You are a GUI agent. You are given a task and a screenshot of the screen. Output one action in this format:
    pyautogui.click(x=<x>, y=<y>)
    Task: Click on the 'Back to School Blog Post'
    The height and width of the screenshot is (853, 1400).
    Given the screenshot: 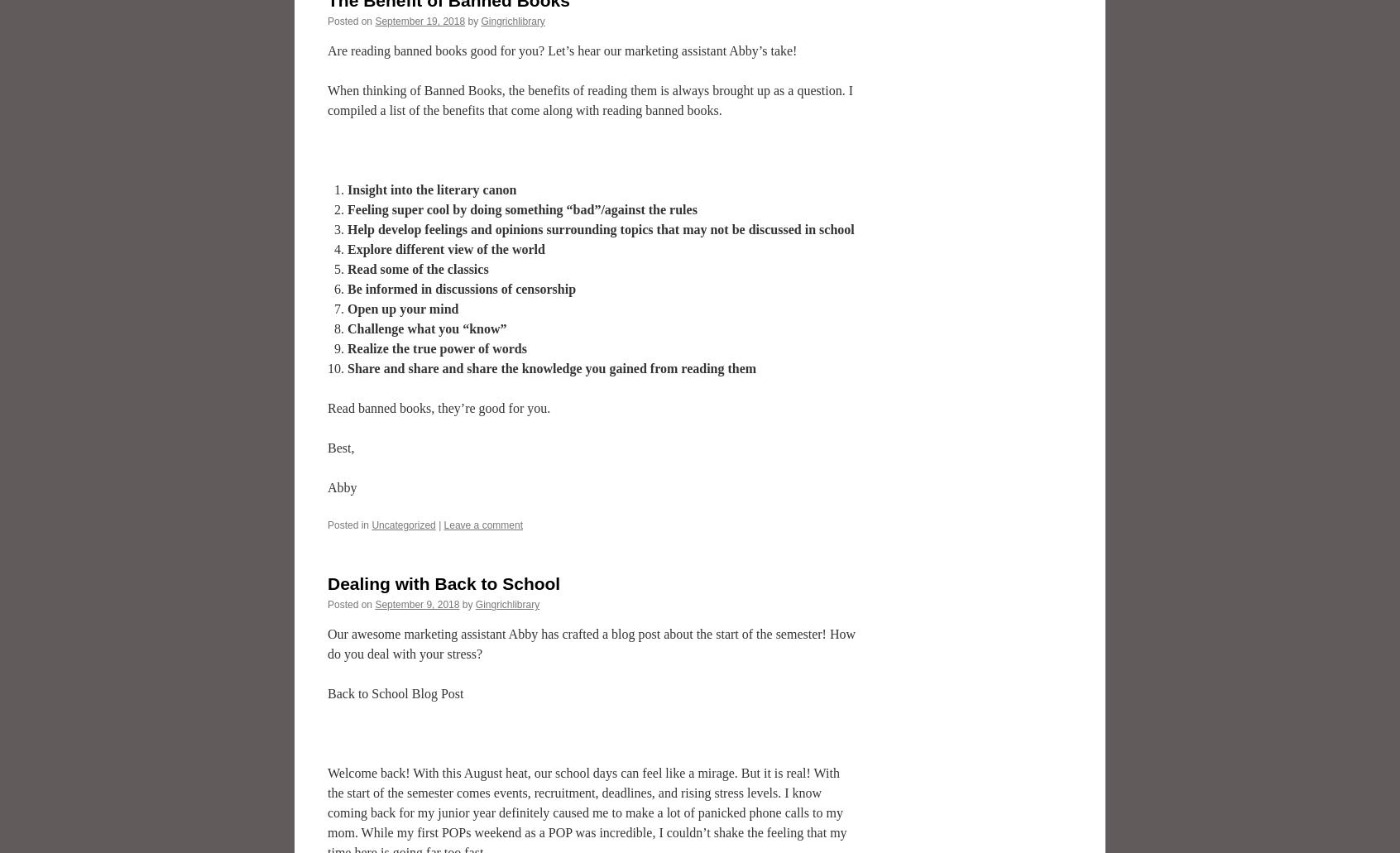 What is the action you would take?
    pyautogui.click(x=394, y=693)
    